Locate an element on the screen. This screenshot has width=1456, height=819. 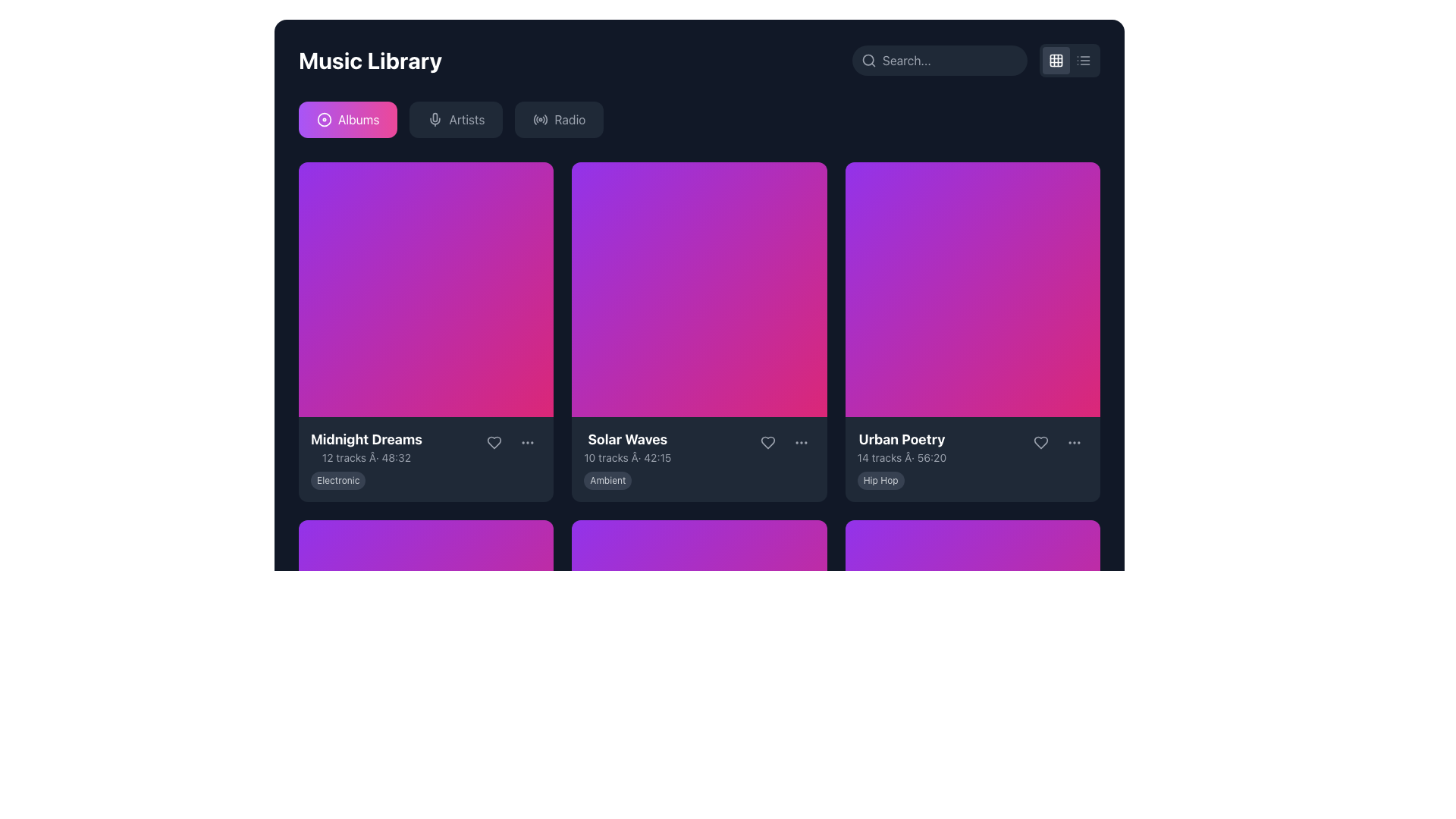
the first button labeled for navigating to the albums section, located beneath the 'Music Library' header and to the left of the 'Artists' and 'Radio' buttons is located at coordinates (358, 119).